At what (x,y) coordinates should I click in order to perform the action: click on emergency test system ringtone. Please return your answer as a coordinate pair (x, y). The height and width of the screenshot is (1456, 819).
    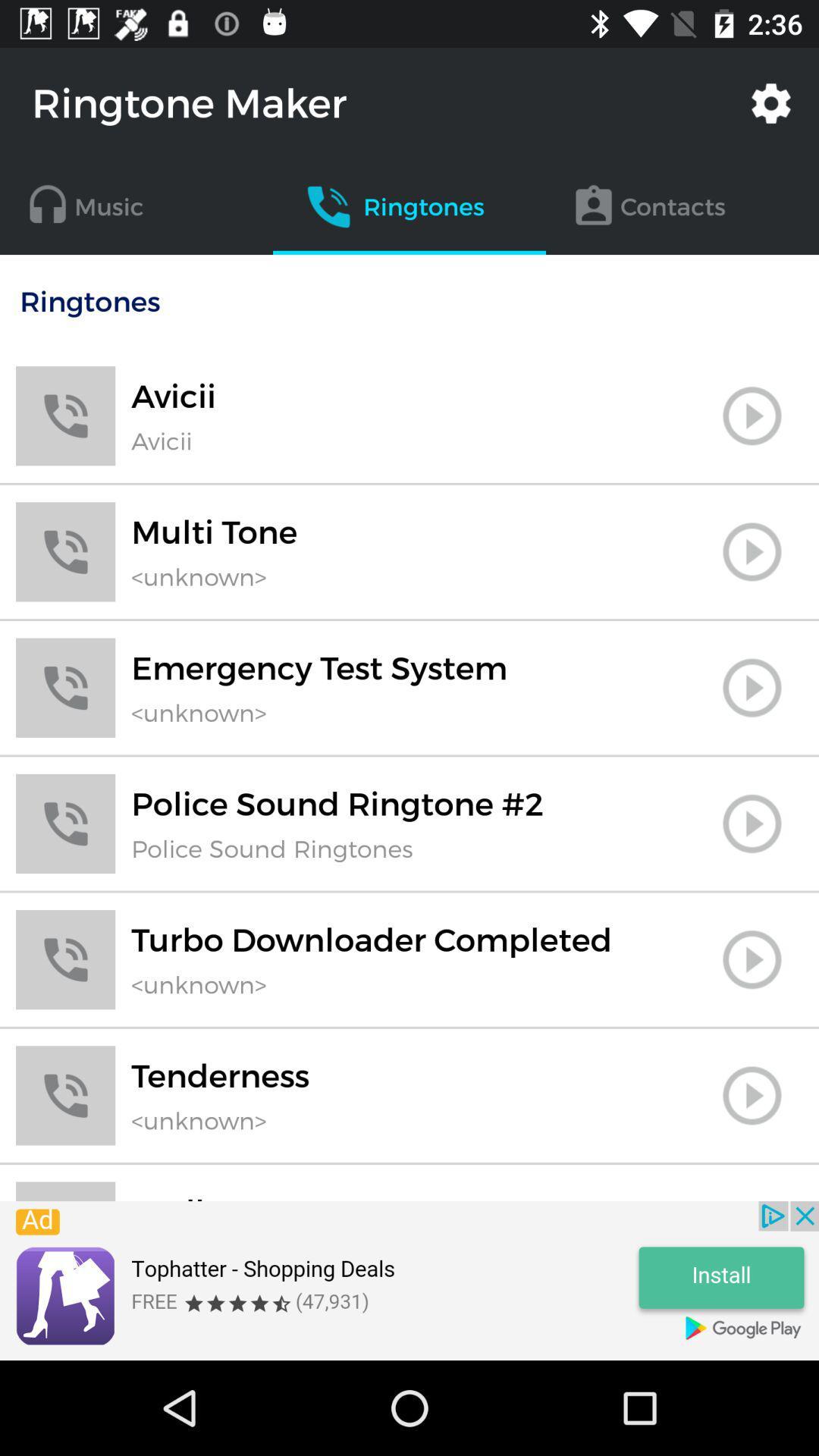
    Looking at the image, I should click on (752, 687).